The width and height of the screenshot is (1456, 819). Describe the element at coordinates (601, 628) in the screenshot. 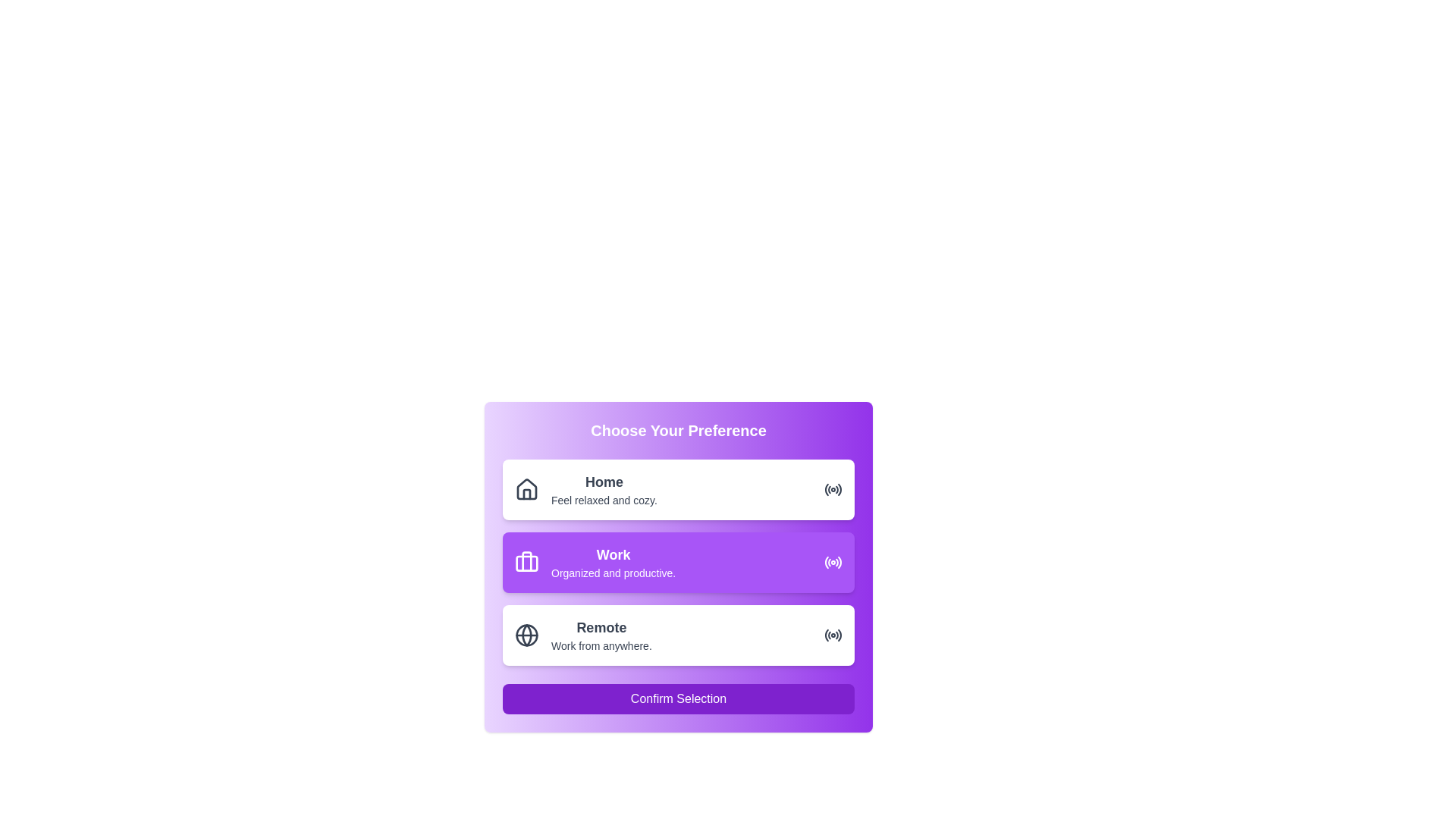

I see `the static text label that serves as the title for the 'Remote' preference option, which is located above the text 'Work from anywhere.' and adjacent to a globe icon` at that location.